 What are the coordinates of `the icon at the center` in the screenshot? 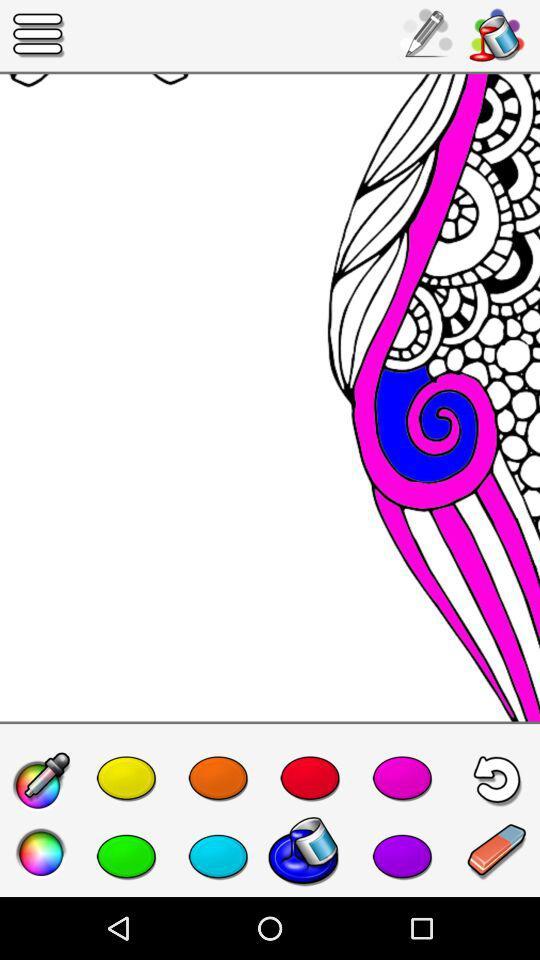 It's located at (270, 396).